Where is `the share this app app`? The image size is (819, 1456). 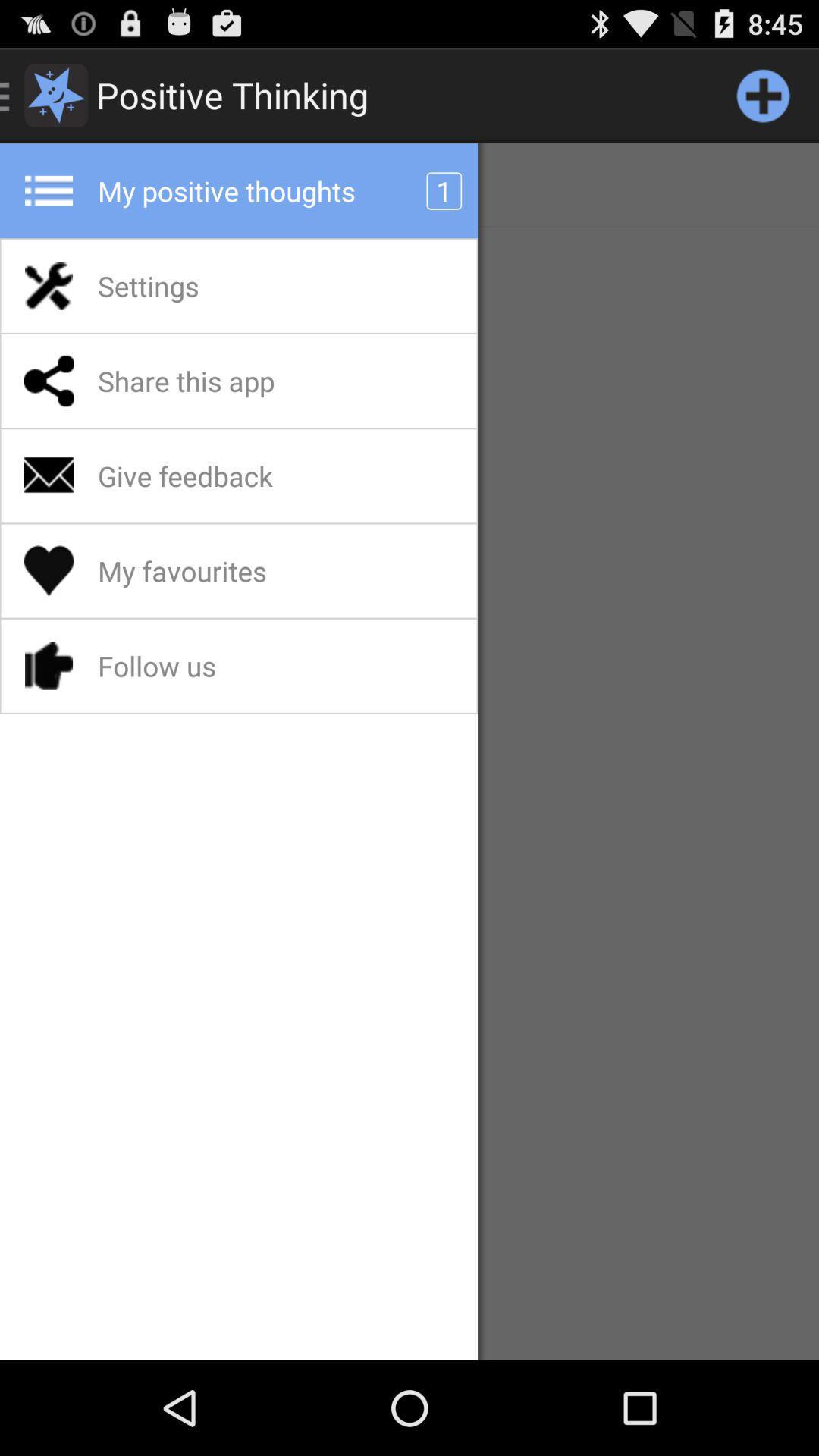 the share this app app is located at coordinates (226, 381).